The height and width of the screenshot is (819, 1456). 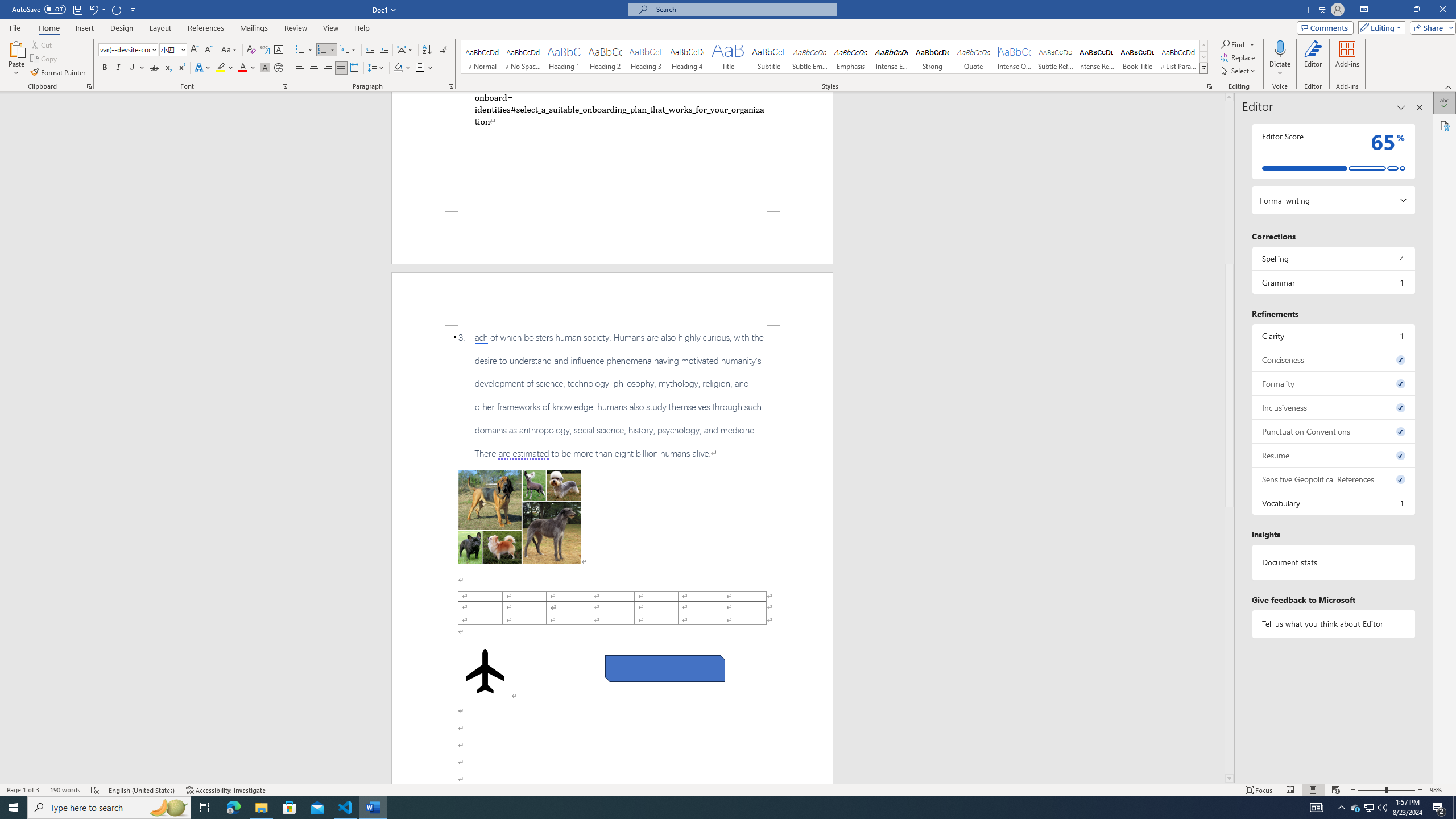 What do you see at coordinates (122, 28) in the screenshot?
I see `'Design'` at bounding box center [122, 28].